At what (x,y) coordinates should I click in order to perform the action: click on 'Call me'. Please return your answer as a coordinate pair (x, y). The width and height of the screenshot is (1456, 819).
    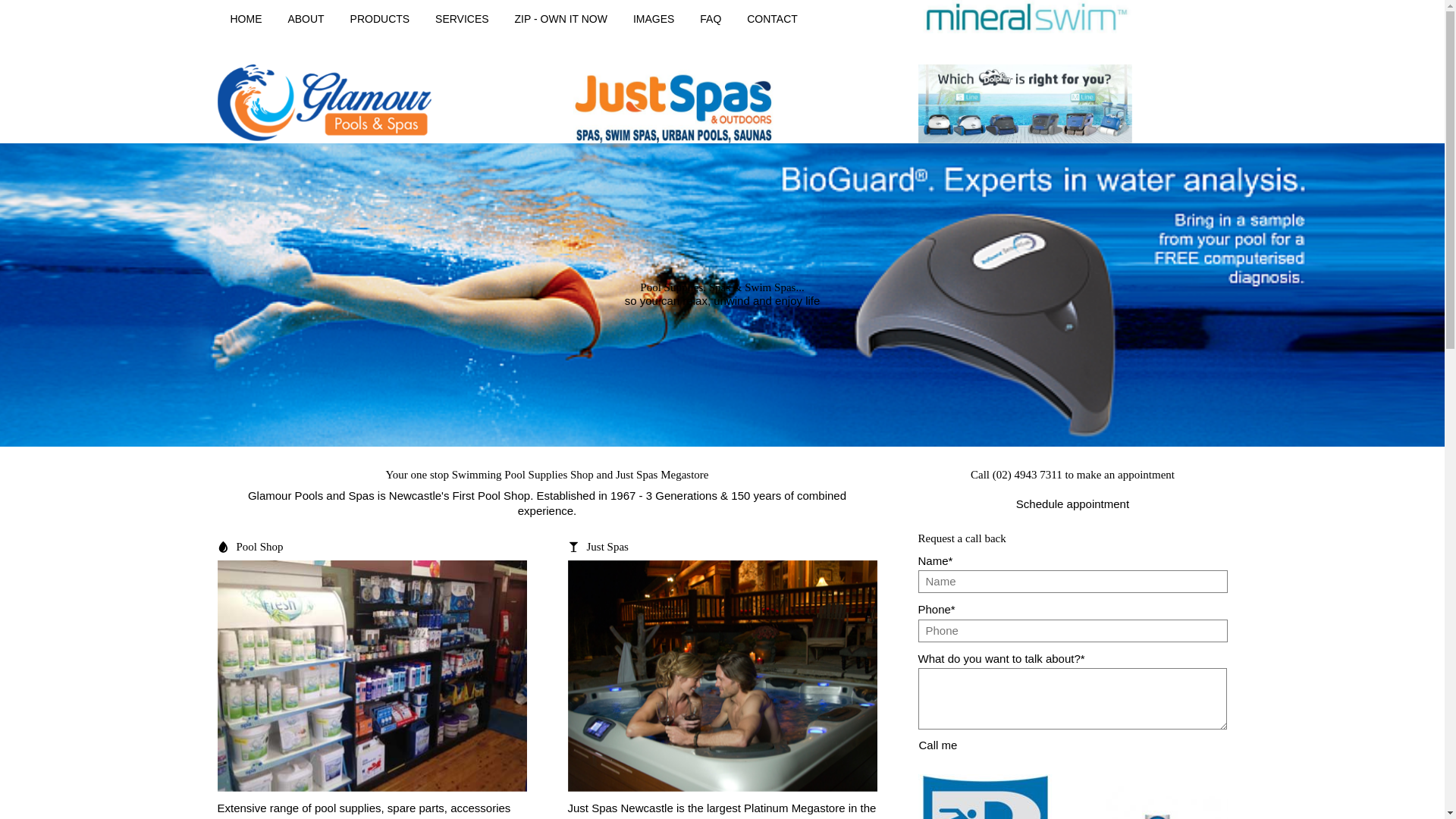
    Looking at the image, I should click on (937, 744).